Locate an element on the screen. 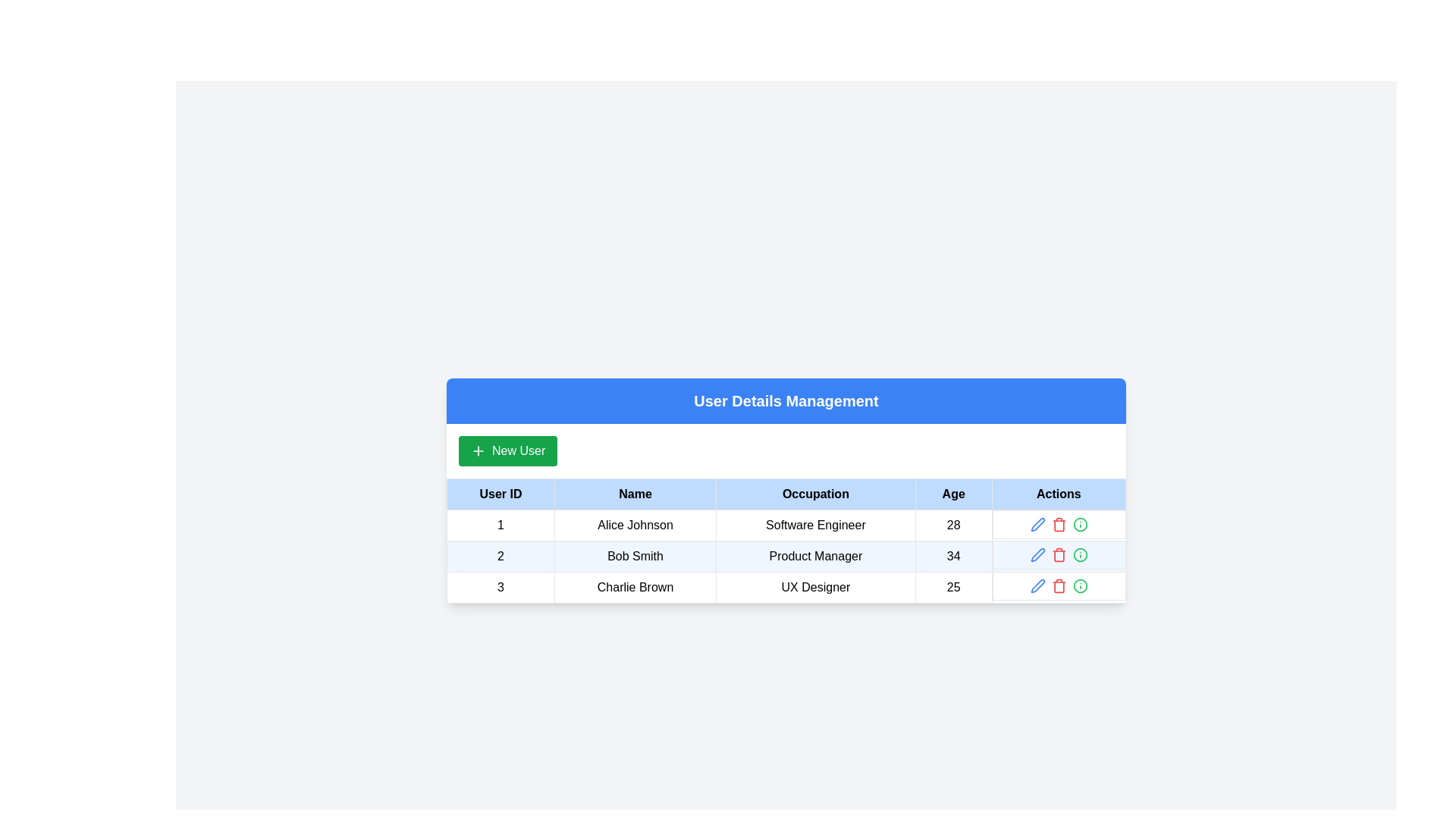 The height and width of the screenshot is (819, 1456). the third row in the User Details Management table to interact with its contained actions is located at coordinates (786, 586).